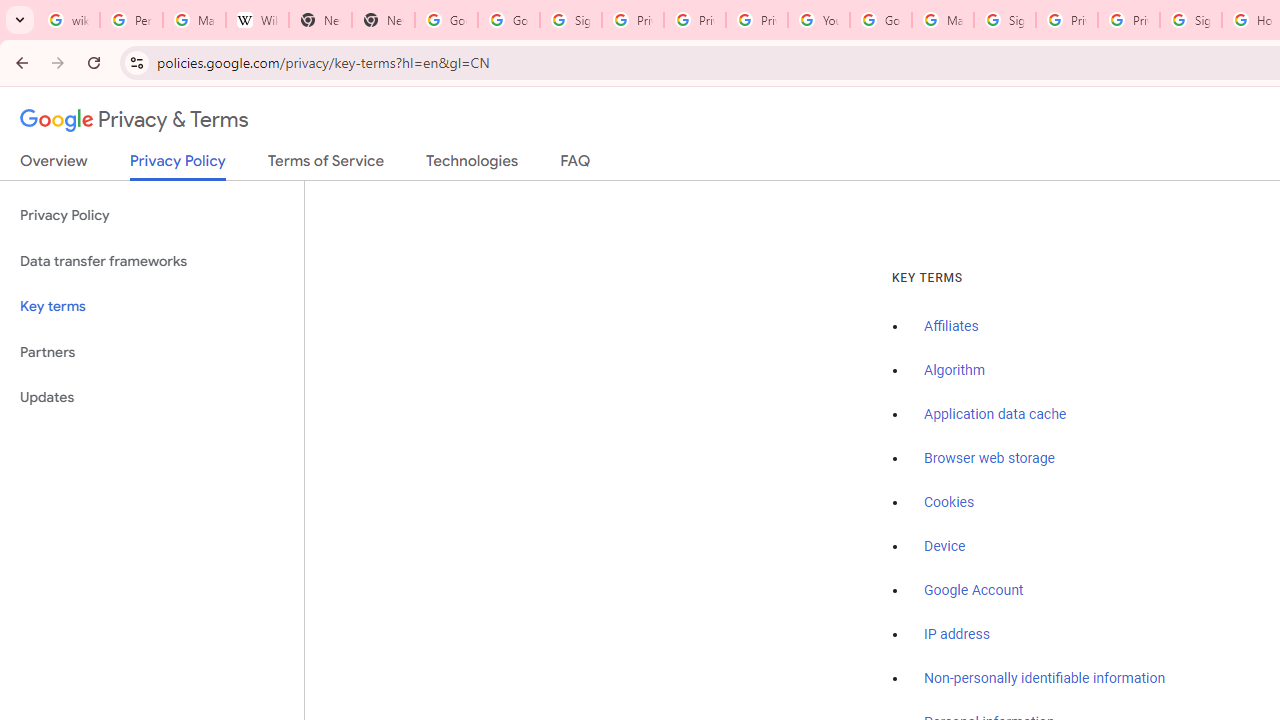 This screenshot has width=1280, height=720. Describe the element at coordinates (320, 20) in the screenshot. I see `'New Tab'` at that location.